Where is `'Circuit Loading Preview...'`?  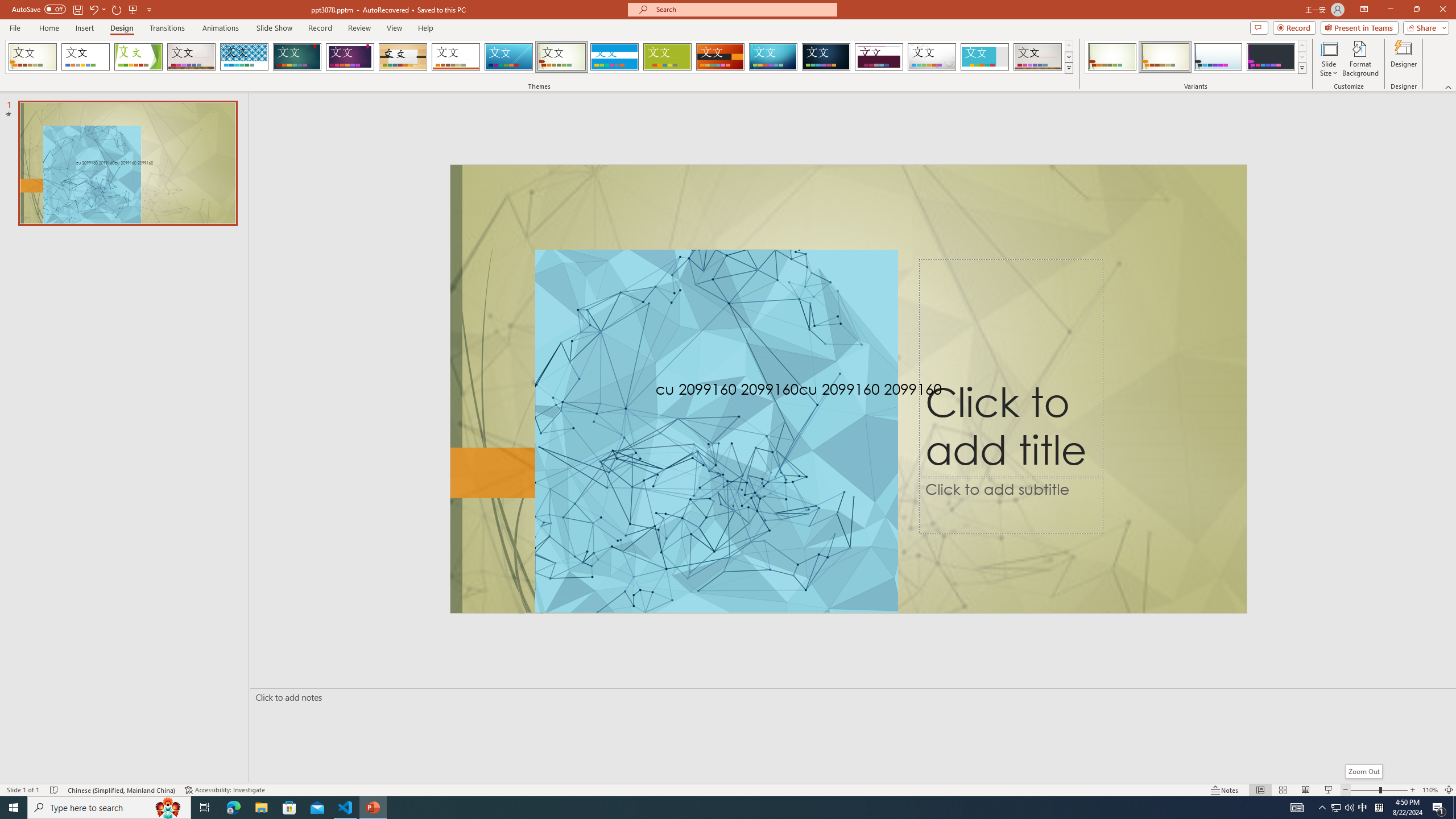
'Circuit Loading Preview...' is located at coordinates (772, 56).